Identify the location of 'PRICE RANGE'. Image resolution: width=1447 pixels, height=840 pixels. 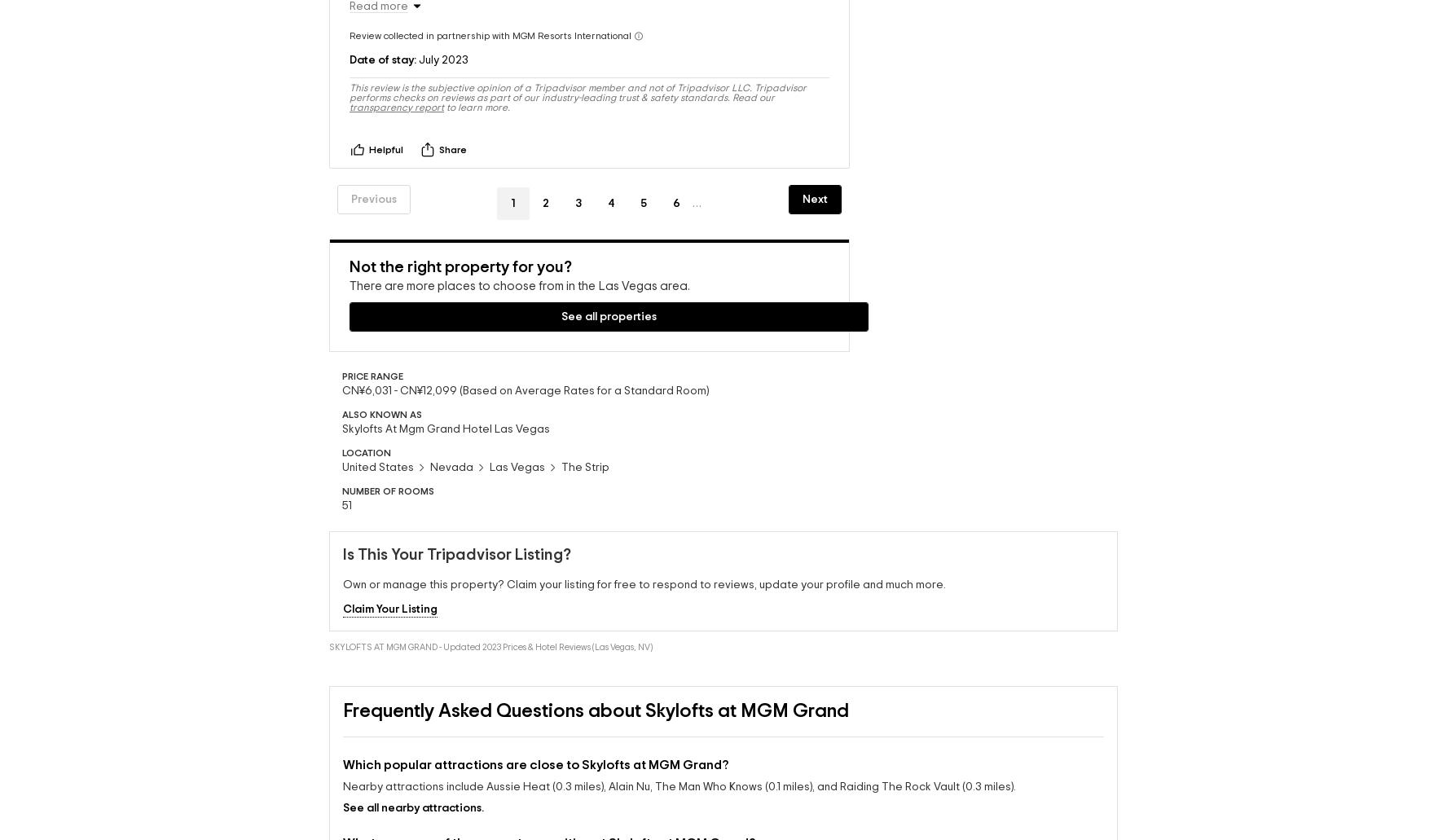
(372, 361).